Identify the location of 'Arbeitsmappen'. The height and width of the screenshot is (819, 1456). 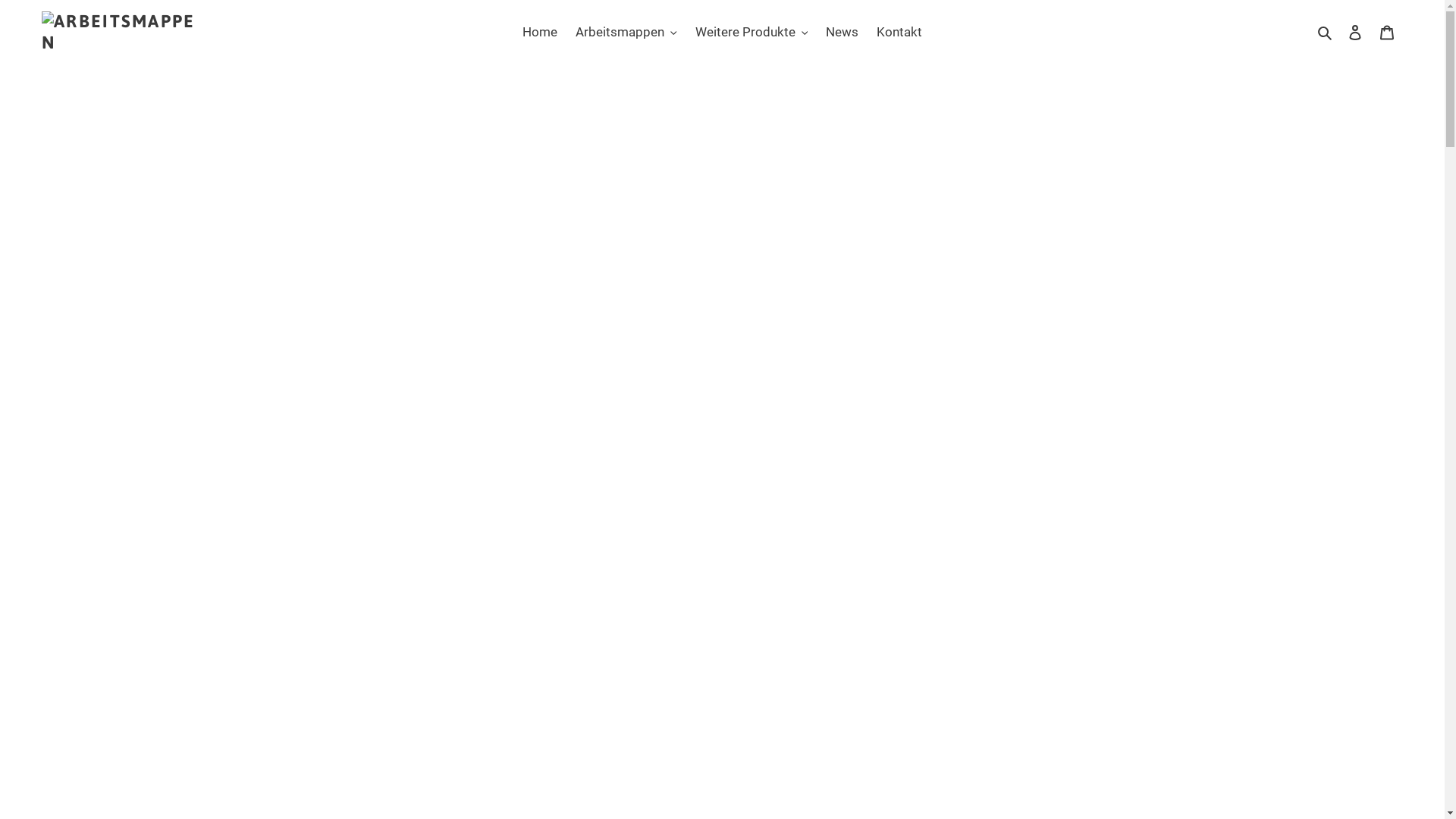
(626, 32).